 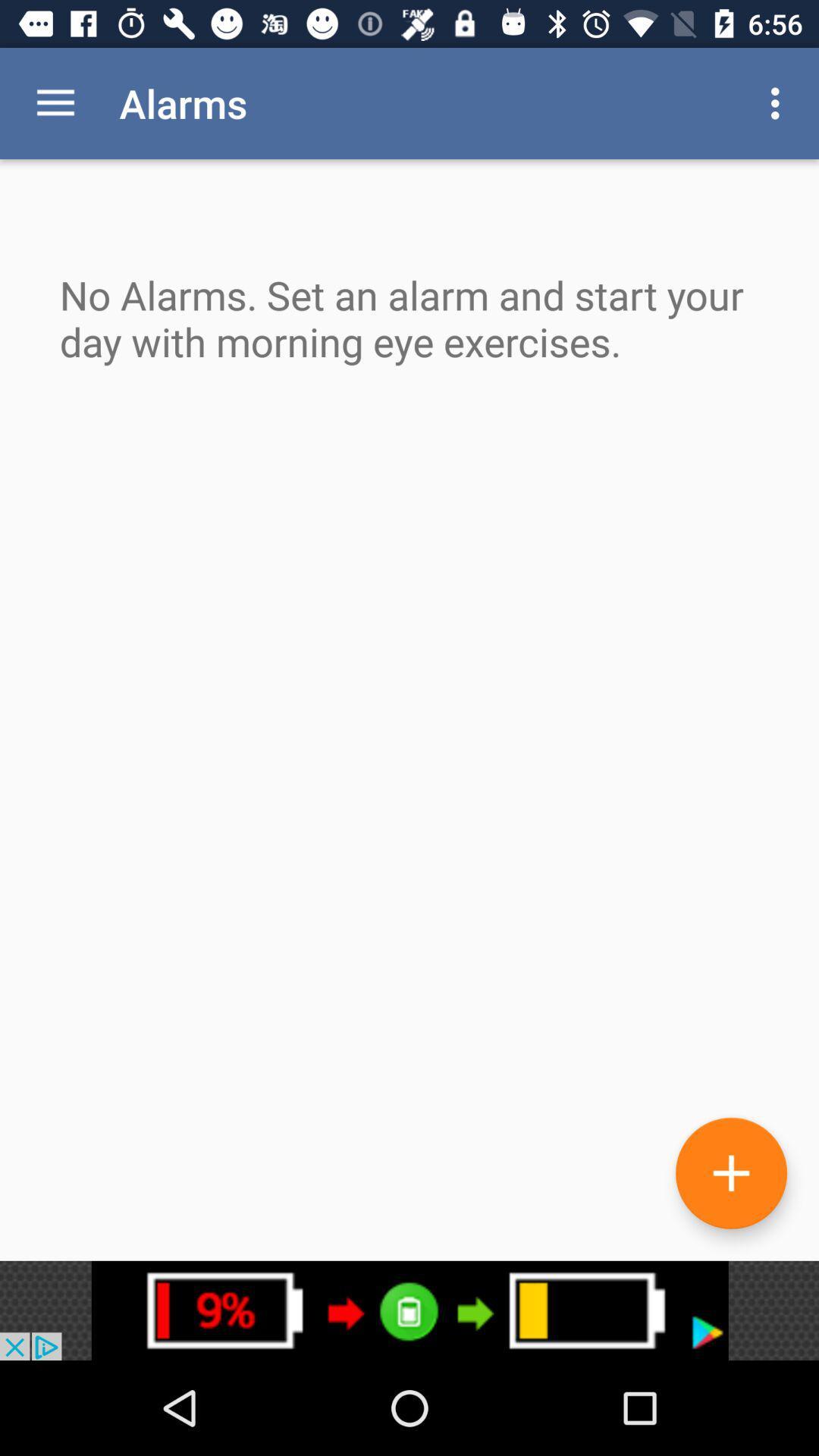 What do you see at coordinates (730, 1172) in the screenshot?
I see `the add icon` at bounding box center [730, 1172].